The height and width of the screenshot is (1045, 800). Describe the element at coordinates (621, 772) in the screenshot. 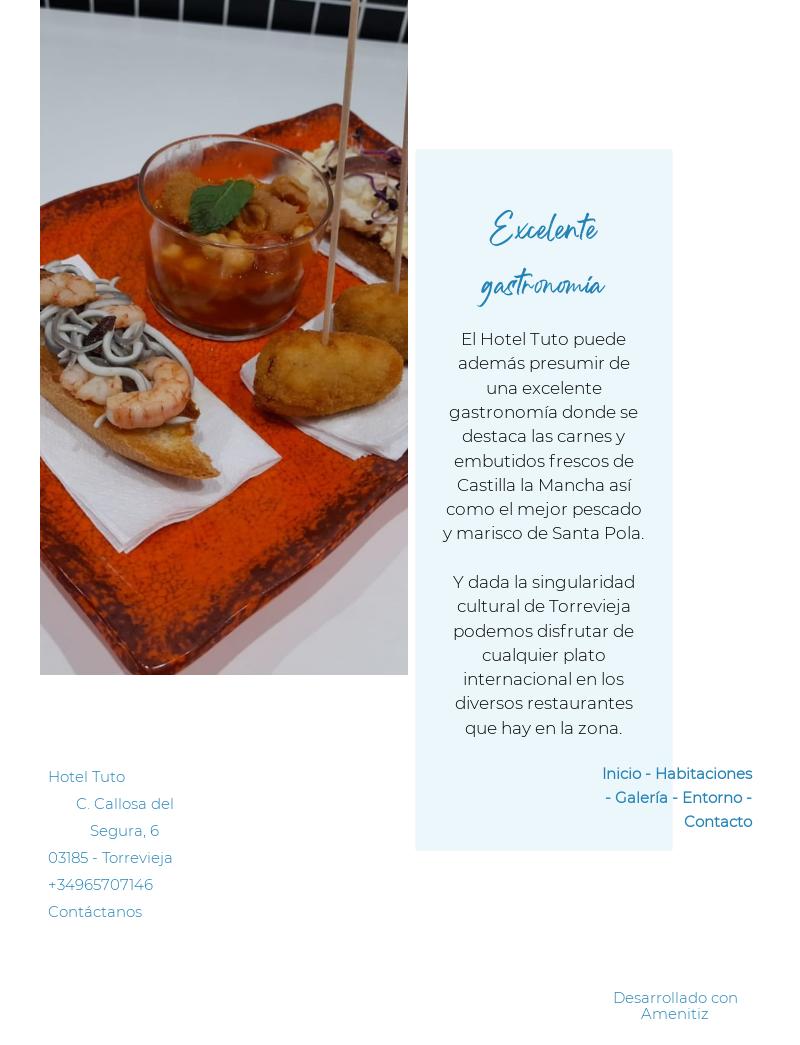

I see `'Inicio'` at that location.